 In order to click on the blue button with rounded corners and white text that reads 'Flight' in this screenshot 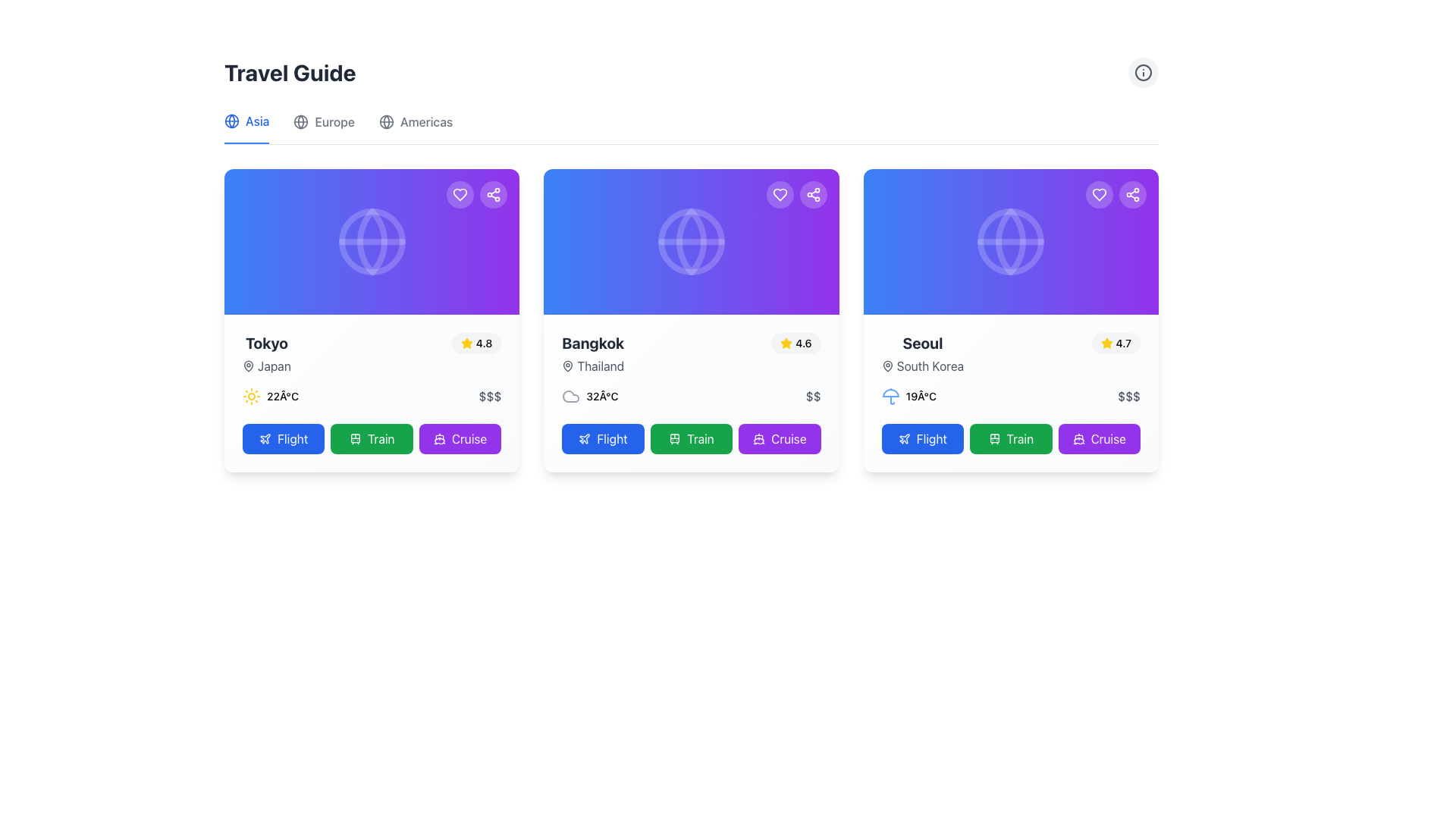, I will do `click(602, 438)`.